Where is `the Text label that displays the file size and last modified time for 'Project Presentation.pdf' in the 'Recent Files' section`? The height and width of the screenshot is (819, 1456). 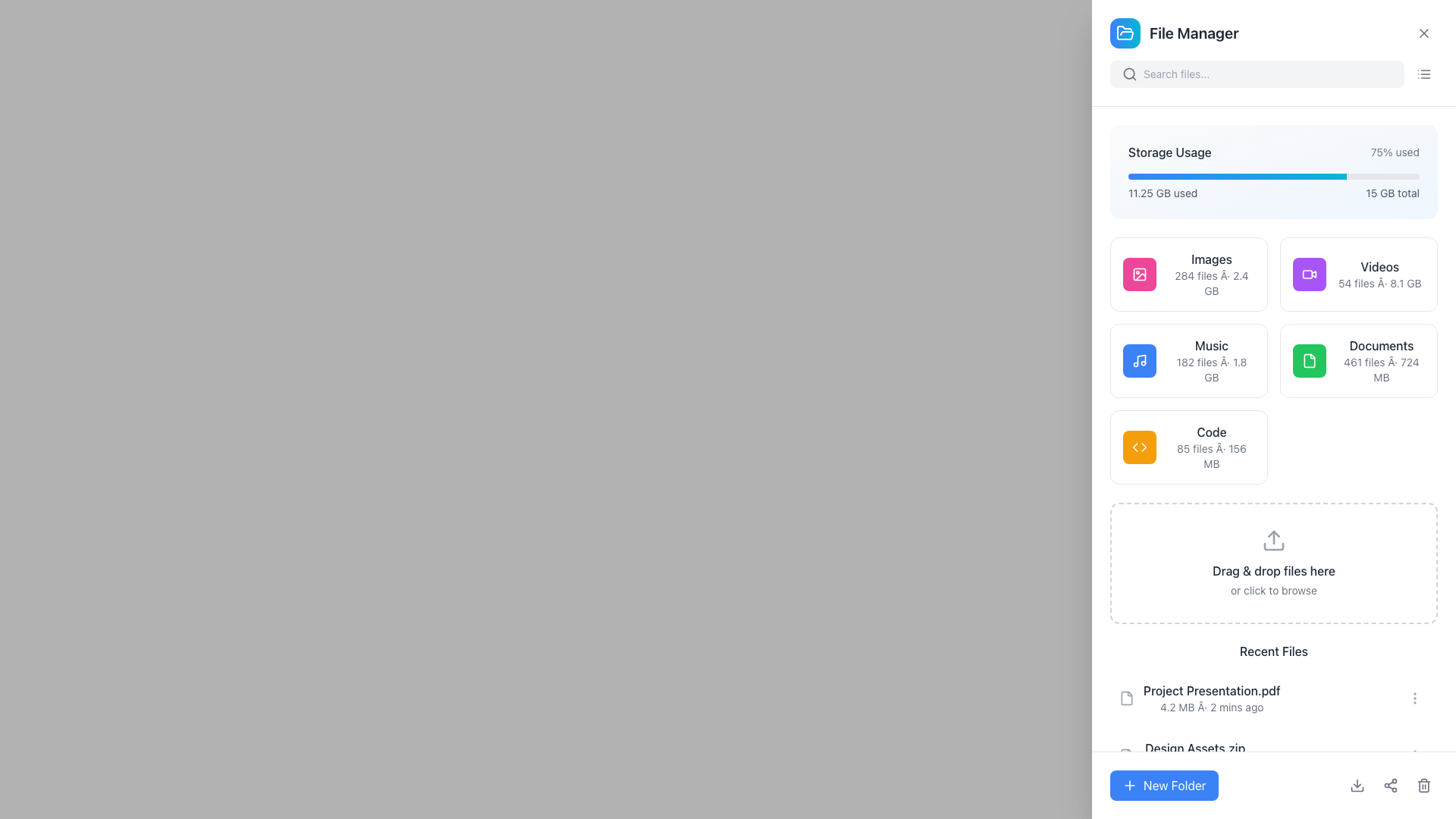 the Text label that displays the file size and last modified time for 'Project Presentation.pdf' in the 'Recent Files' section is located at coordinates (1211, 708).